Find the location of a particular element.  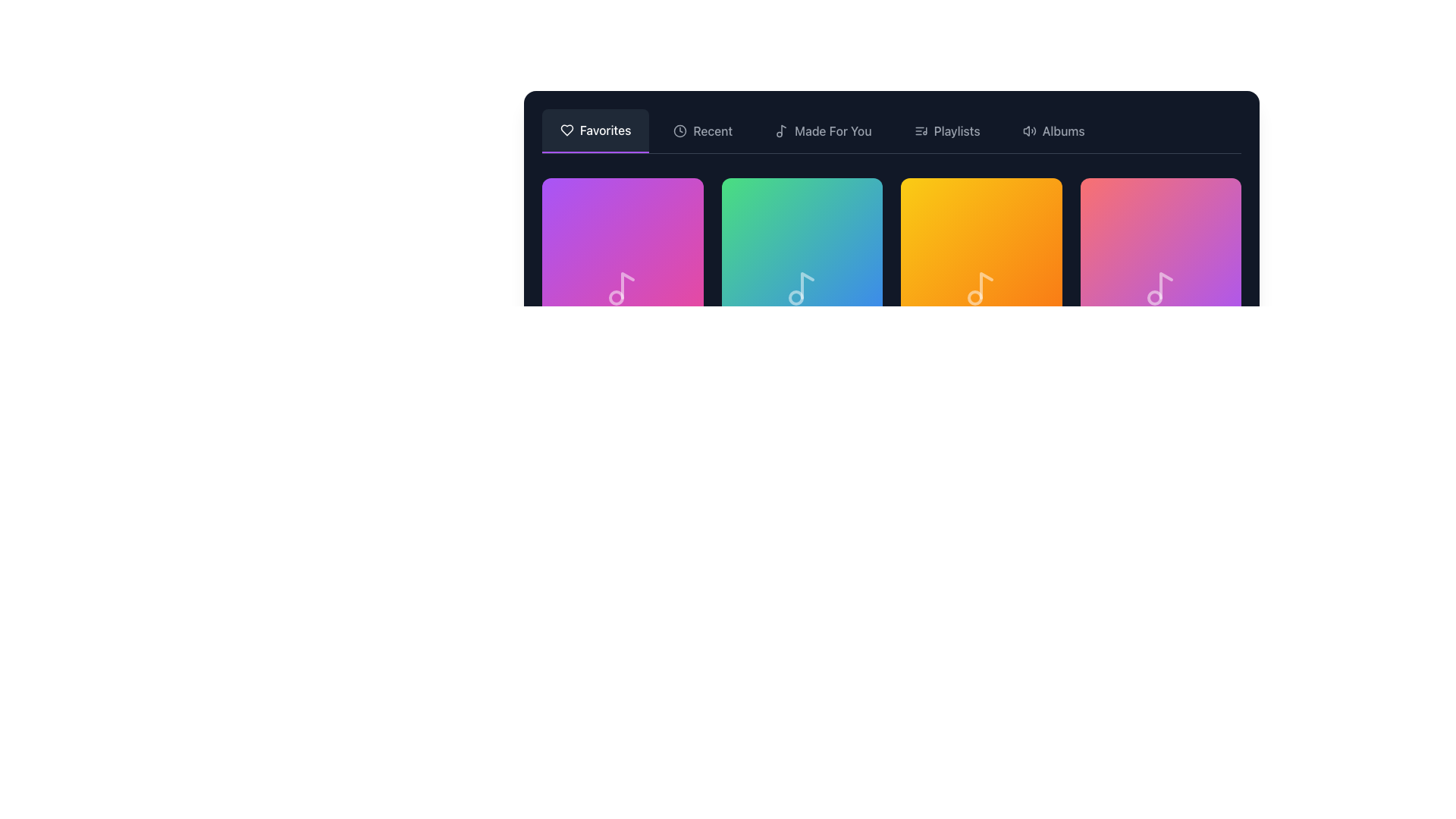

the 'Made For You' text label located in the navigation bar is located at coordinates (832, 130).